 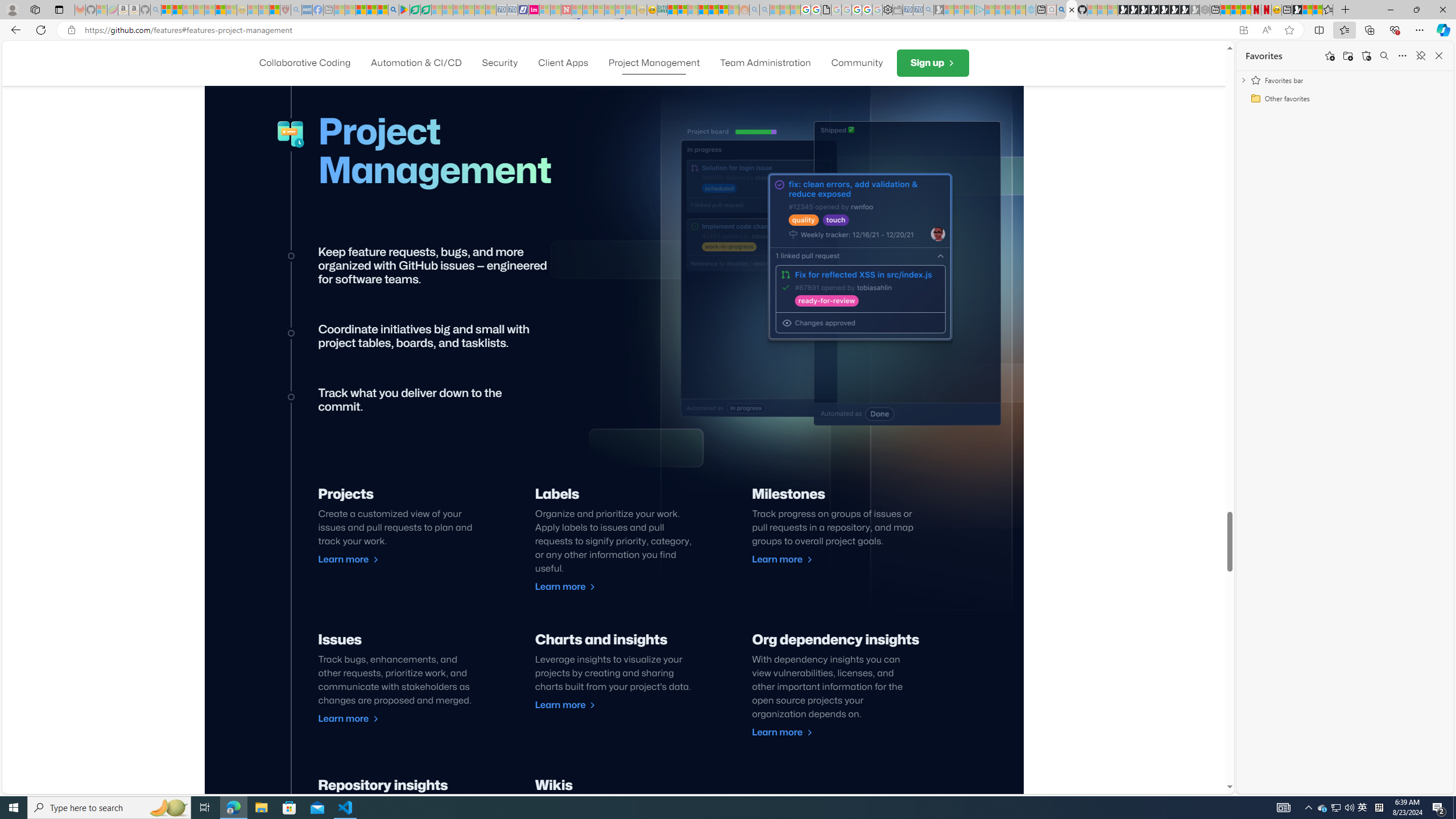 What do you see at coordinates (188, 9) in the screenshot?
I see `'The Weather Channel - MSN - Sleeping'` at bounding box center [188, 9].